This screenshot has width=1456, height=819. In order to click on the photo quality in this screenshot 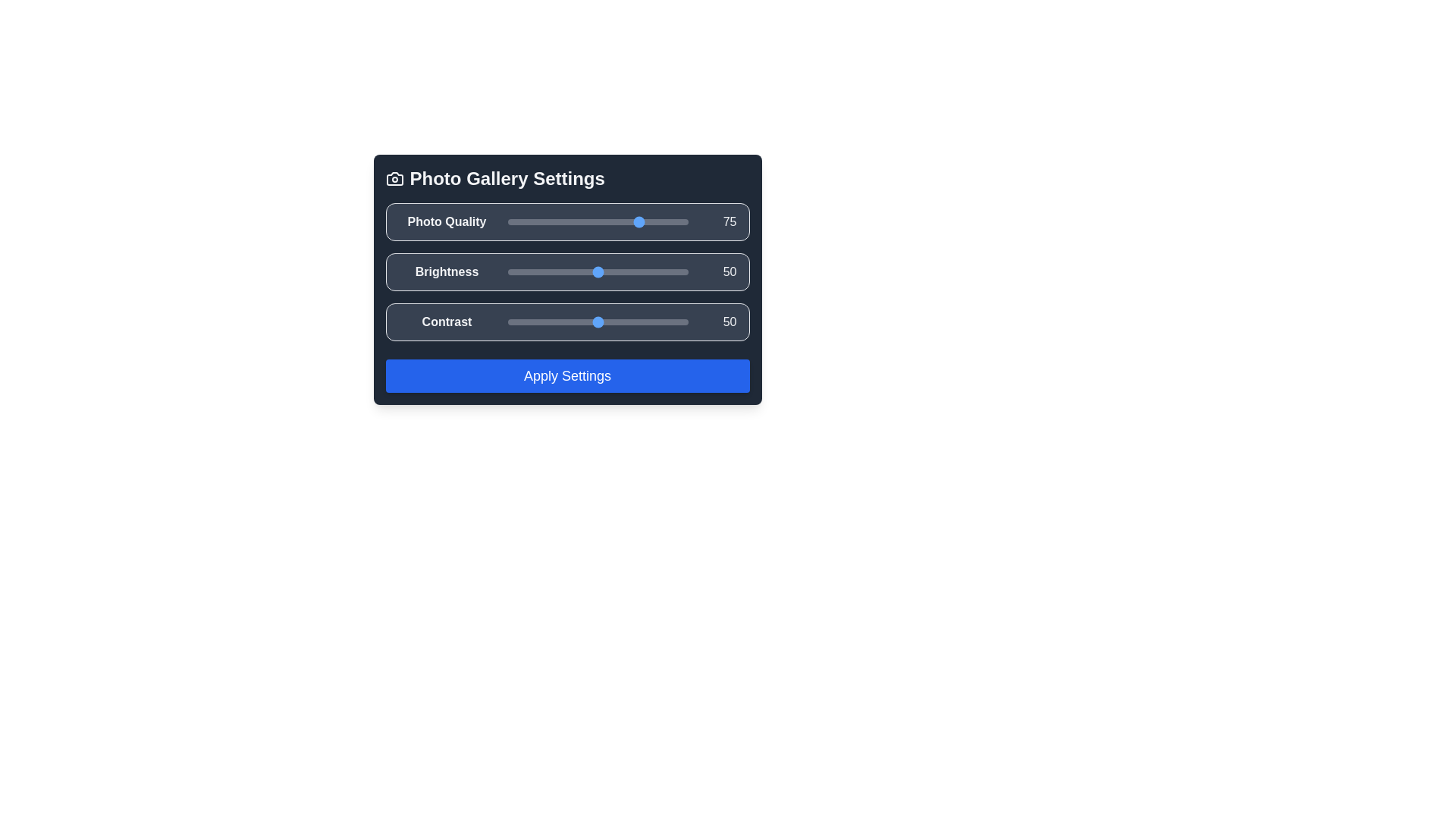, I will do `click(598, 222)`.